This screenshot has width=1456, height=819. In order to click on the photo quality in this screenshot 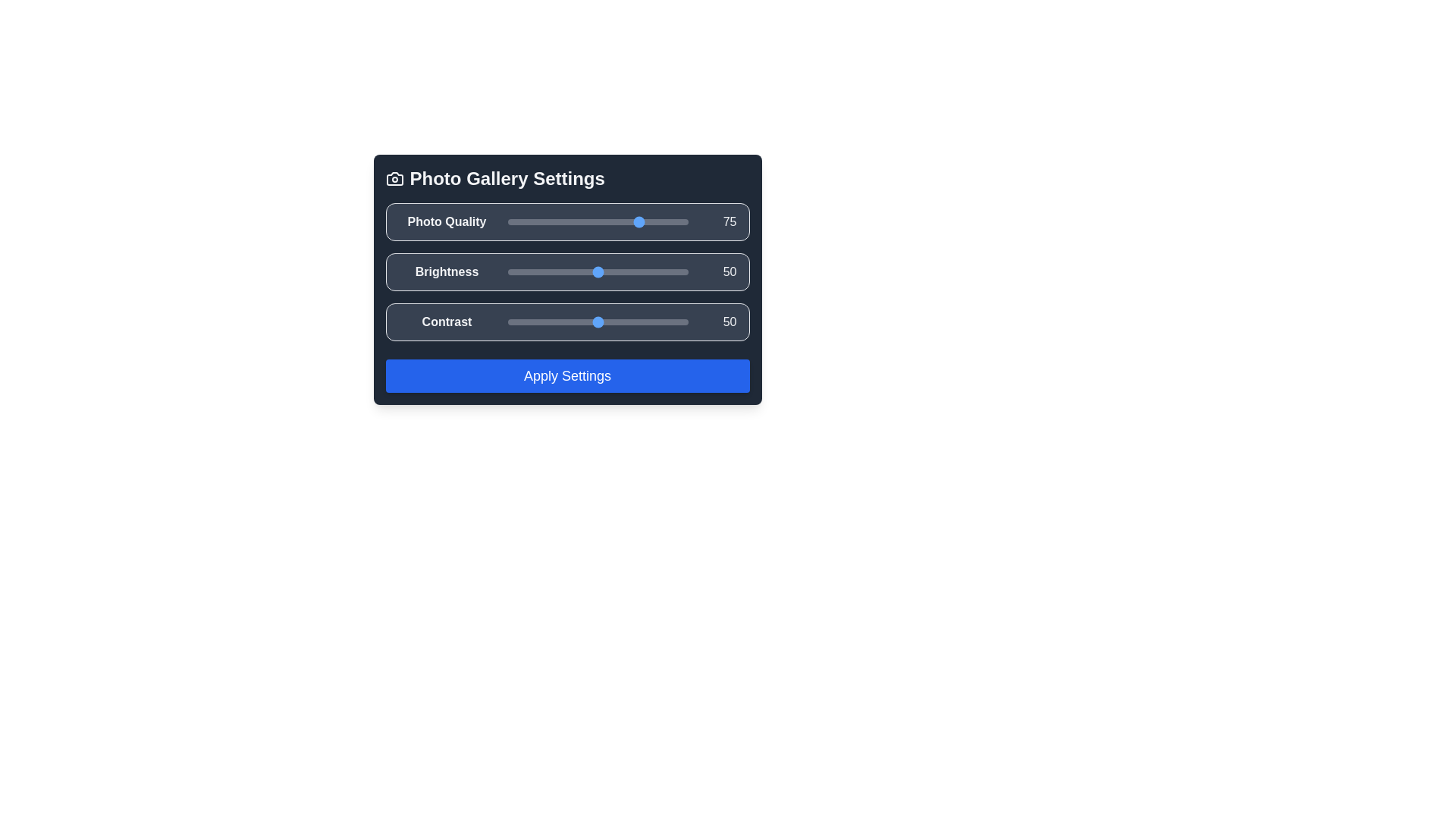, I will do `click(598, 222)`.